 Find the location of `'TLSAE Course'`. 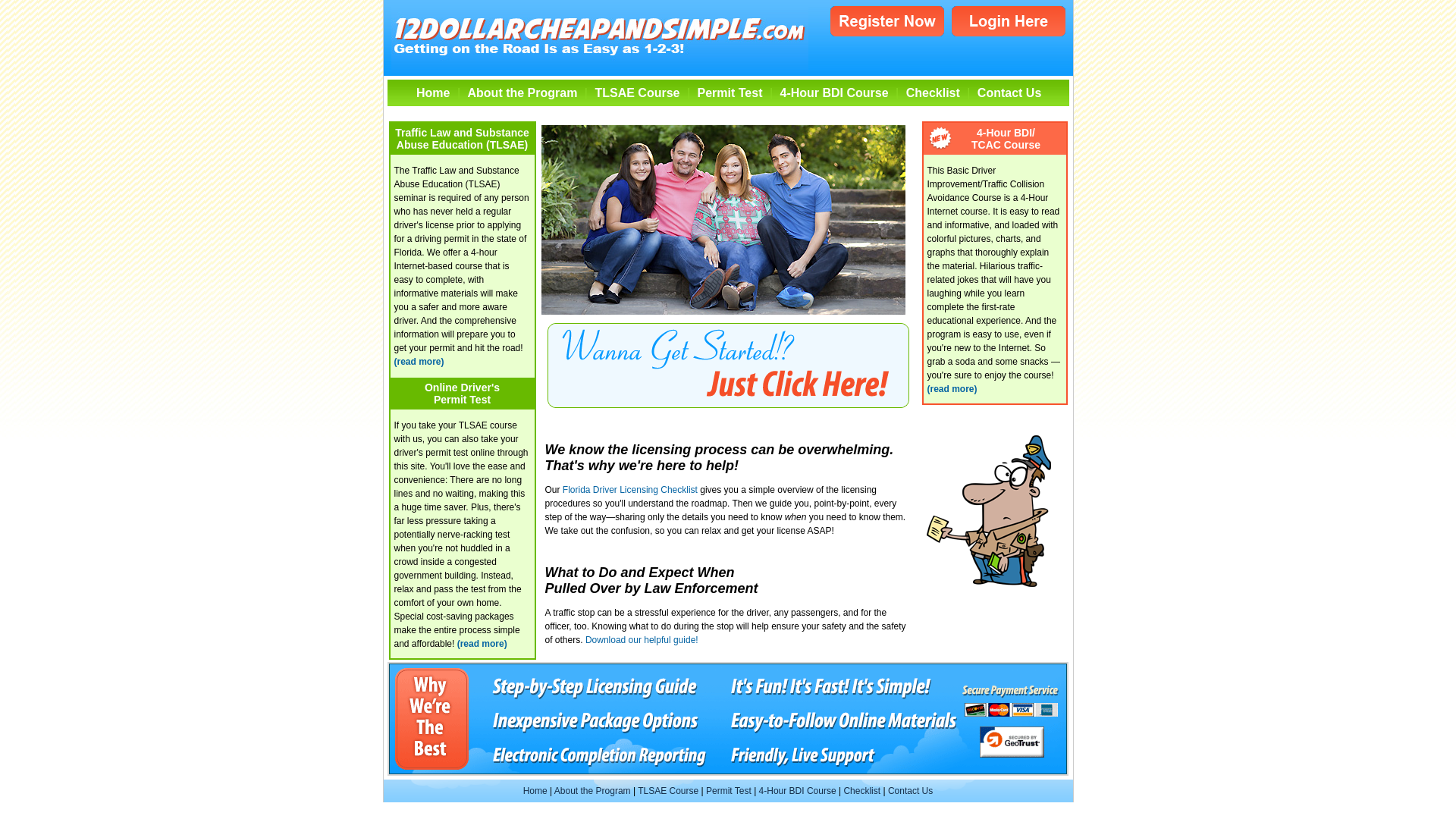

'TLSAE Course' is located at coordinates (667, 789).